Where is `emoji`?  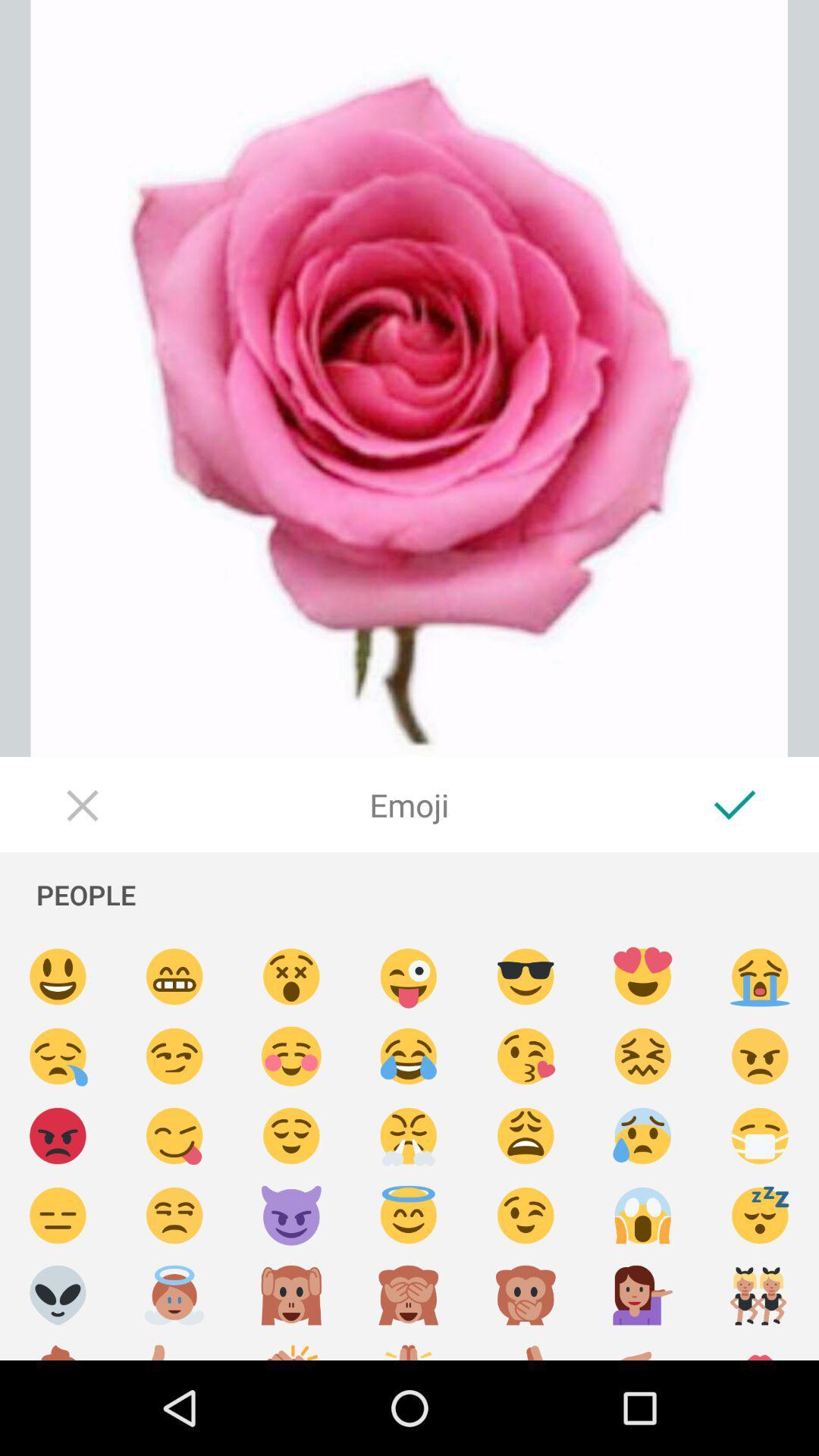 emoji is located at coordinates (525, 977).